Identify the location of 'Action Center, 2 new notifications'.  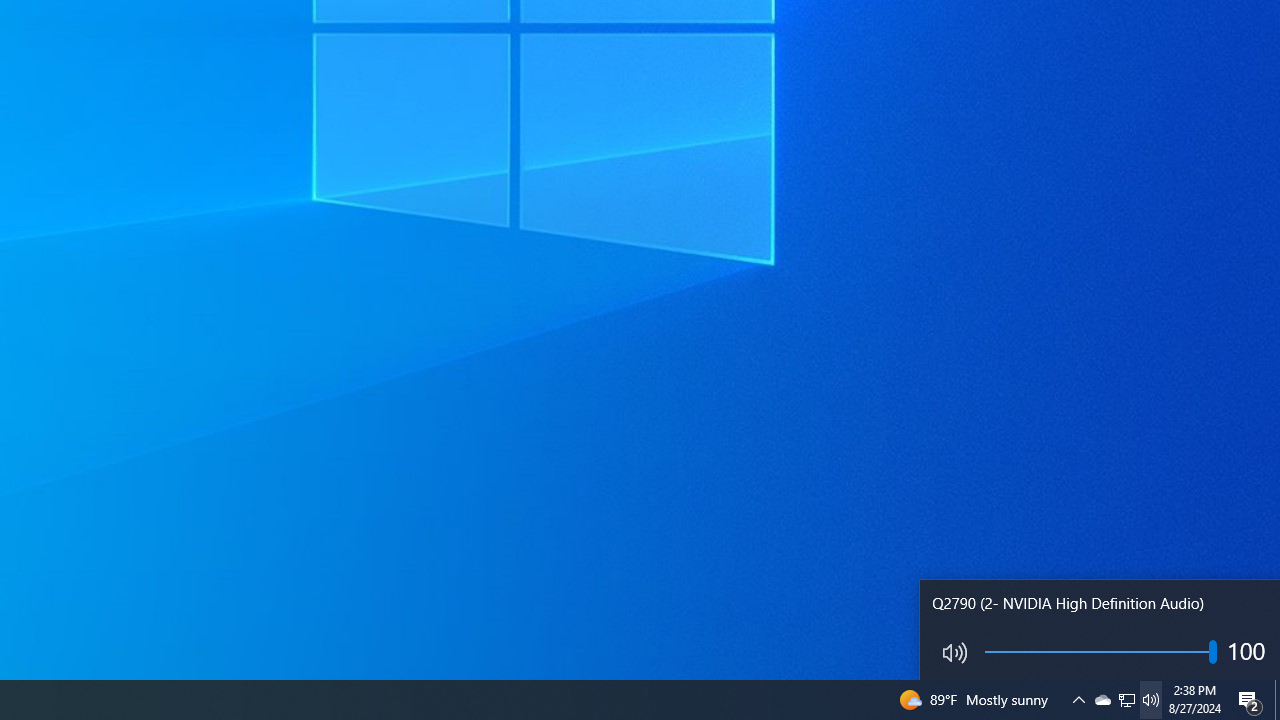
(1250, 698).